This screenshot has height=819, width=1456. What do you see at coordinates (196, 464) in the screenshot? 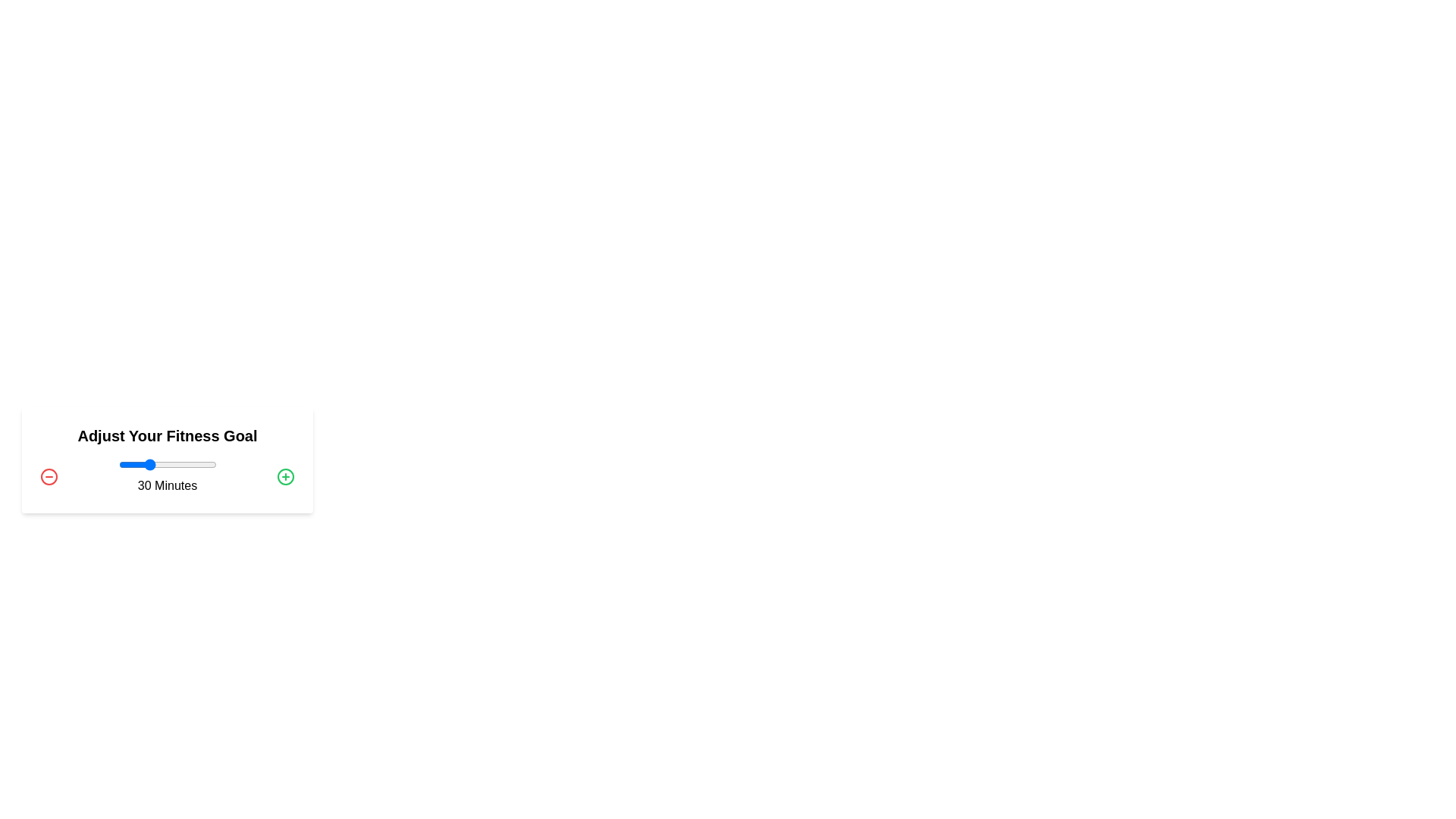
I see `the slider` at bounding box center [196, 464].